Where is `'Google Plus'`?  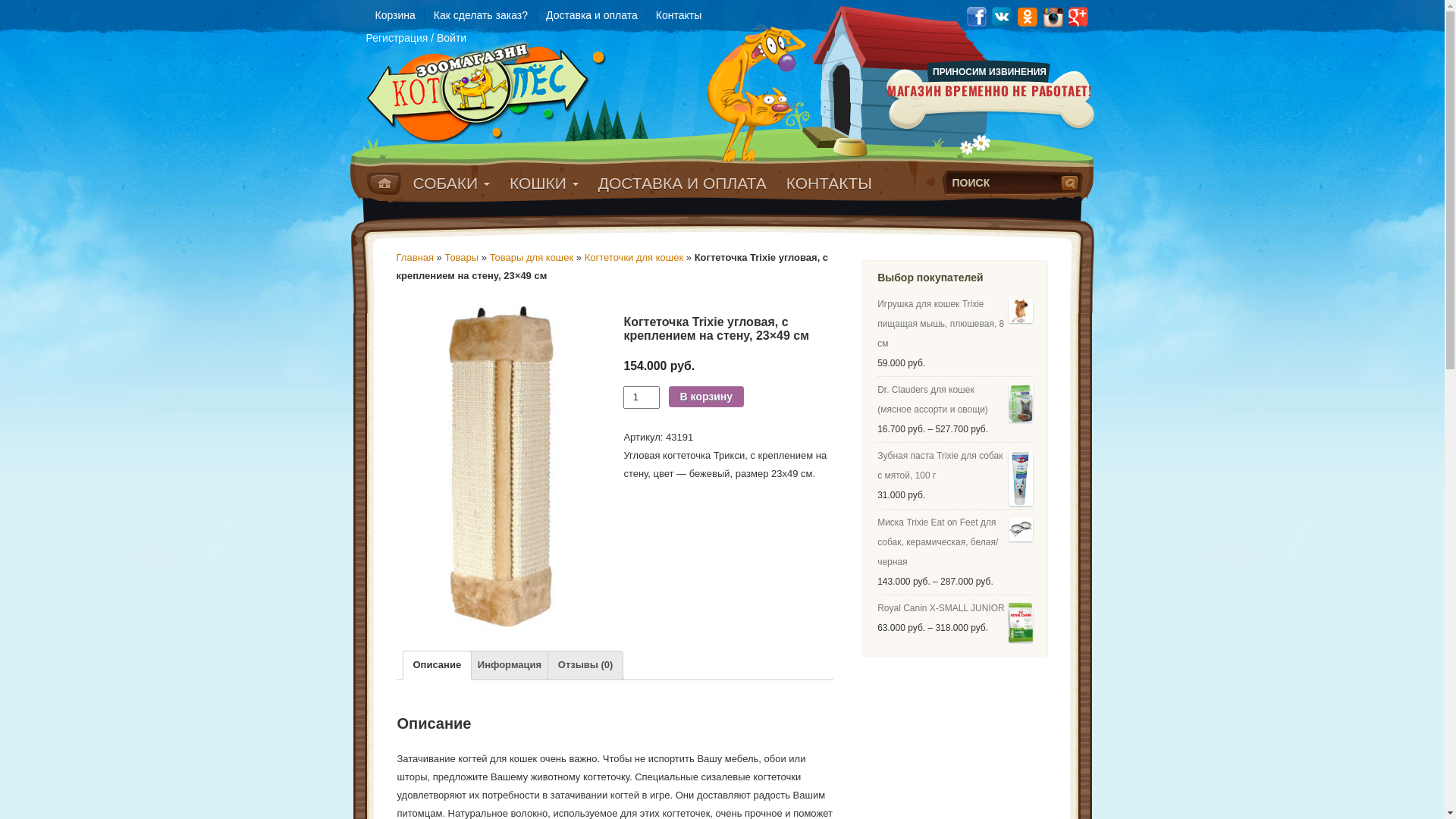
'Google Plus' is located at coordinates (1078, 15).